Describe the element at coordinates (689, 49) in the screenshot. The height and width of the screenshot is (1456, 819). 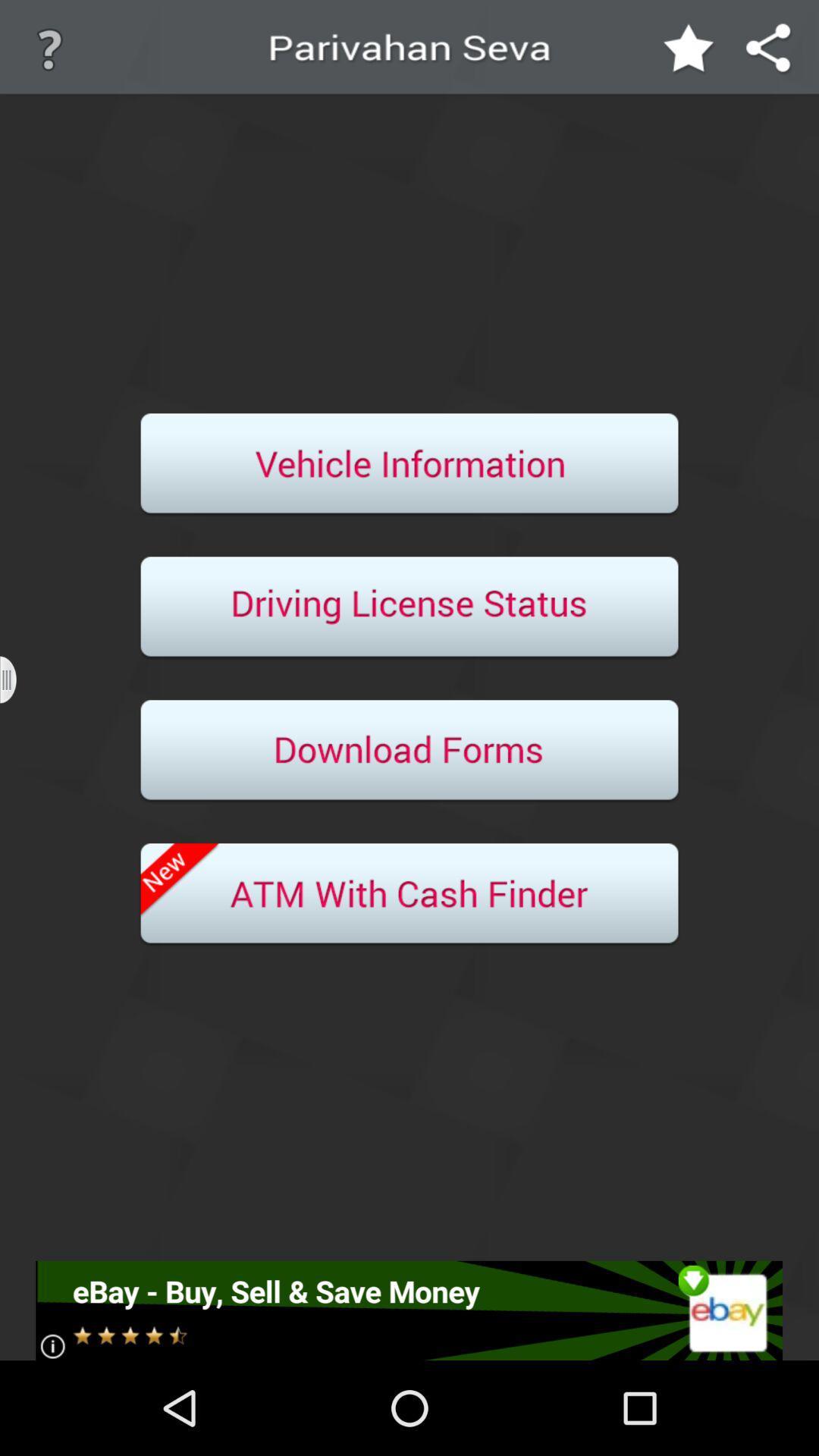
I see `star this item` at that location.